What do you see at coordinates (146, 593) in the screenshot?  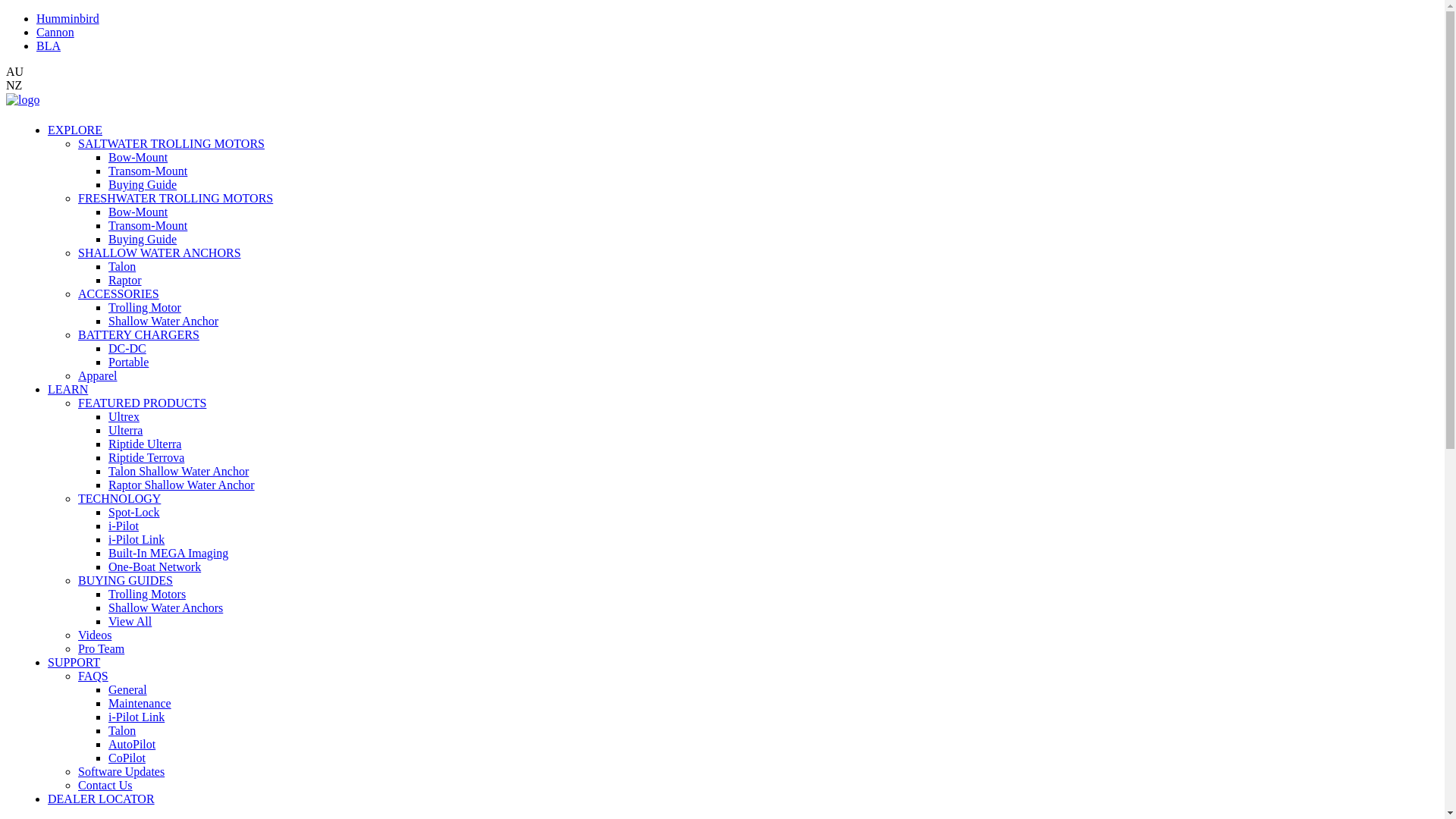 I see `'Trolling Motors'` at bounding box center [146, 593].